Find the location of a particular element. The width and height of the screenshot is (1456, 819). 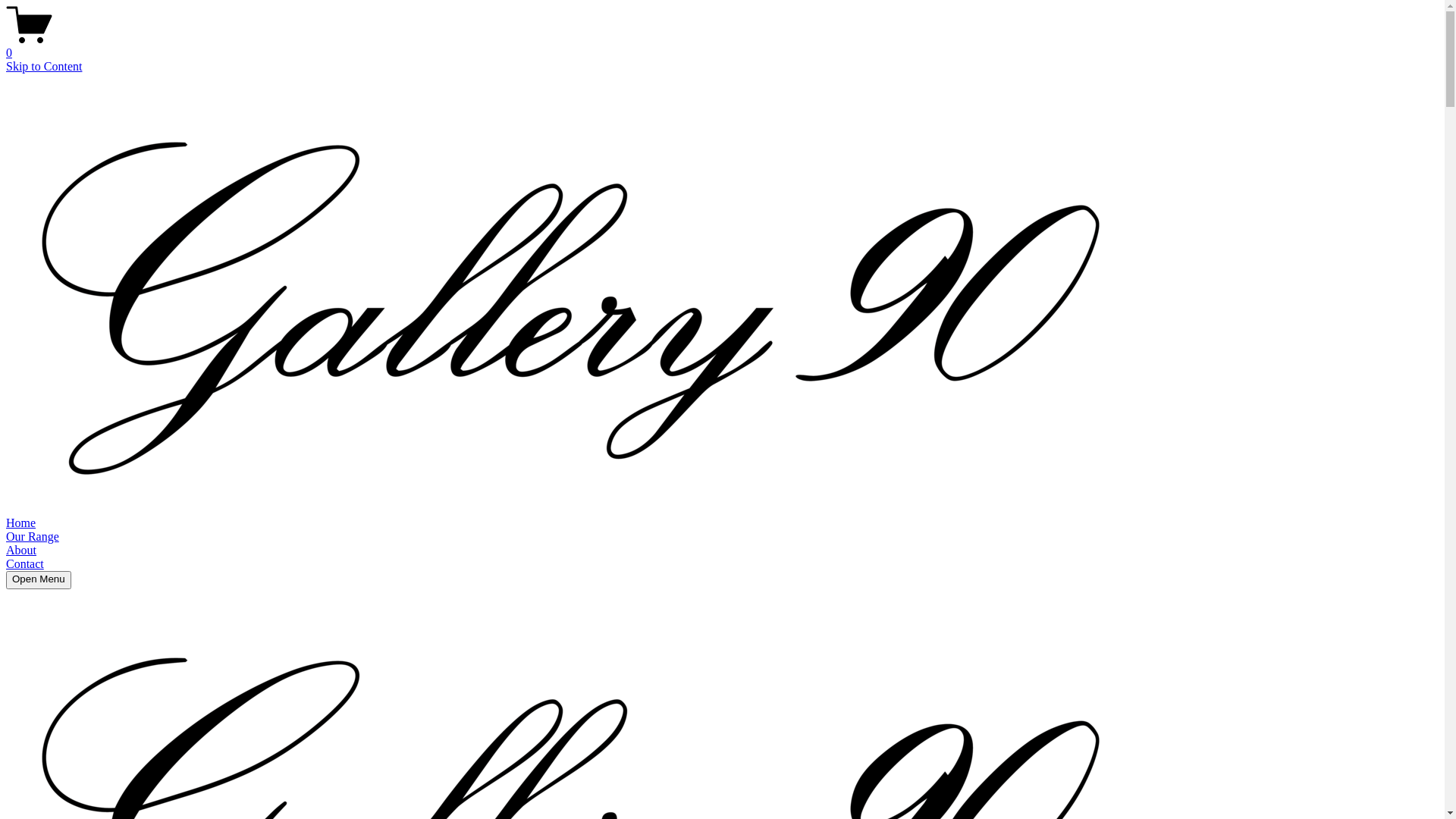

'Contact' is located at coordinates (25, 563).